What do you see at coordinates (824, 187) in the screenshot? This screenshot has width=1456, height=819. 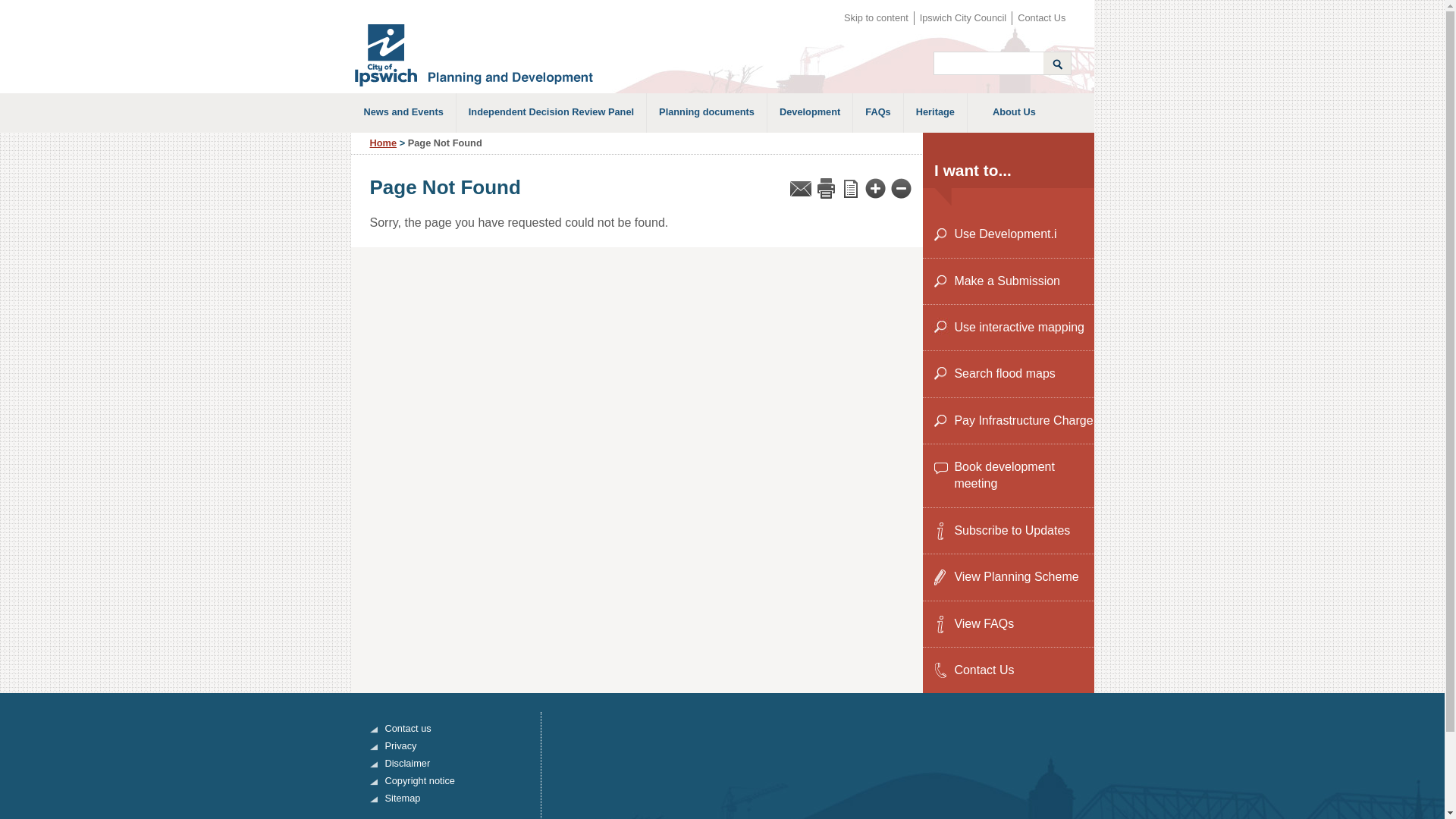 I see `'Print'` at bounding box center [824, 187].